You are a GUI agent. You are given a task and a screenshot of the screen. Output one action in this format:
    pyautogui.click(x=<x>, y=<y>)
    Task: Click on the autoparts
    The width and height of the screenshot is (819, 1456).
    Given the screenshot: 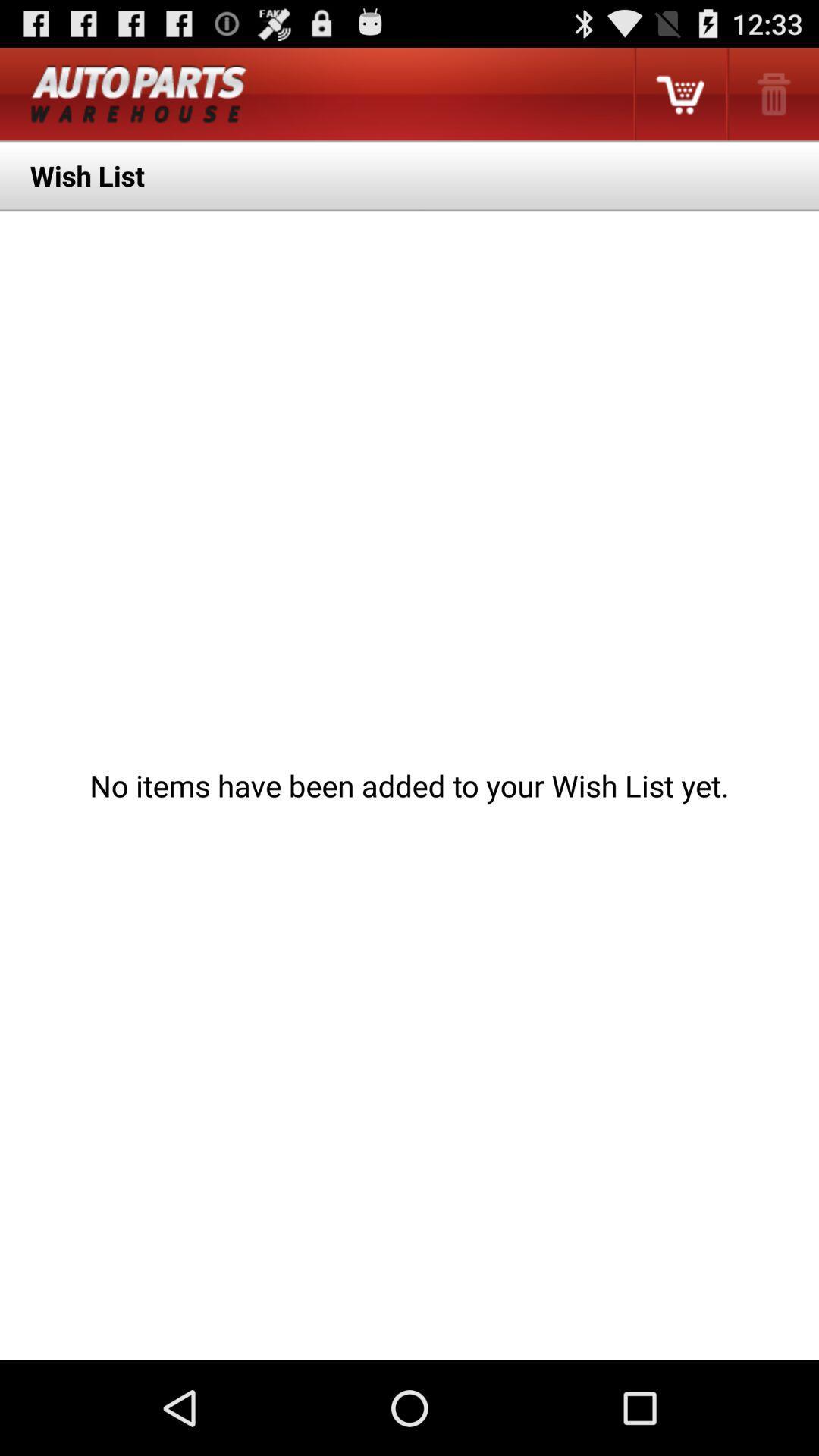 What is the action you would take?
    pyautogui.click(x=139, y=93)
    